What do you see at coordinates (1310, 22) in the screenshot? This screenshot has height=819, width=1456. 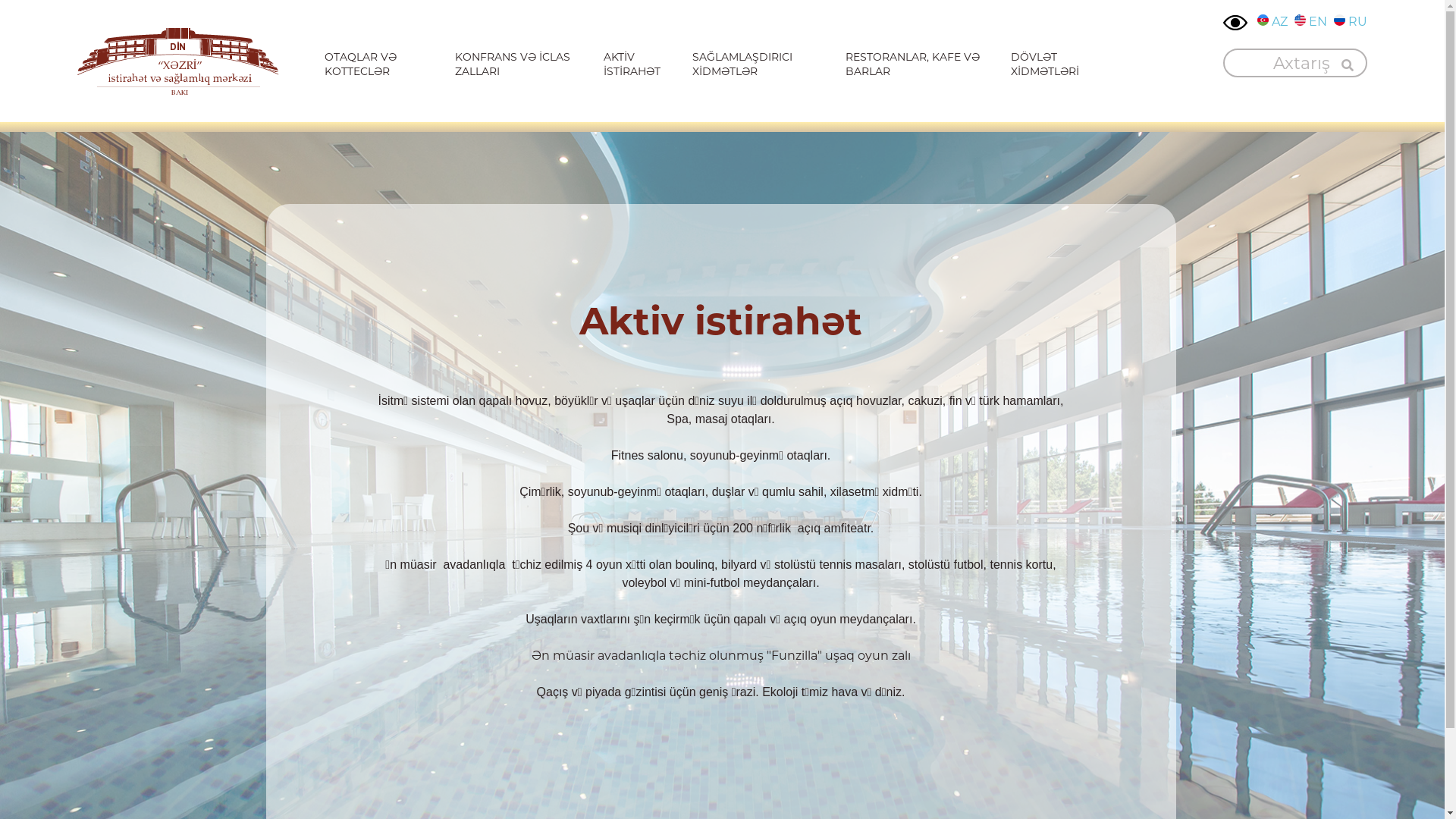 I see `'EN'` at bounding box center [1310, 22].